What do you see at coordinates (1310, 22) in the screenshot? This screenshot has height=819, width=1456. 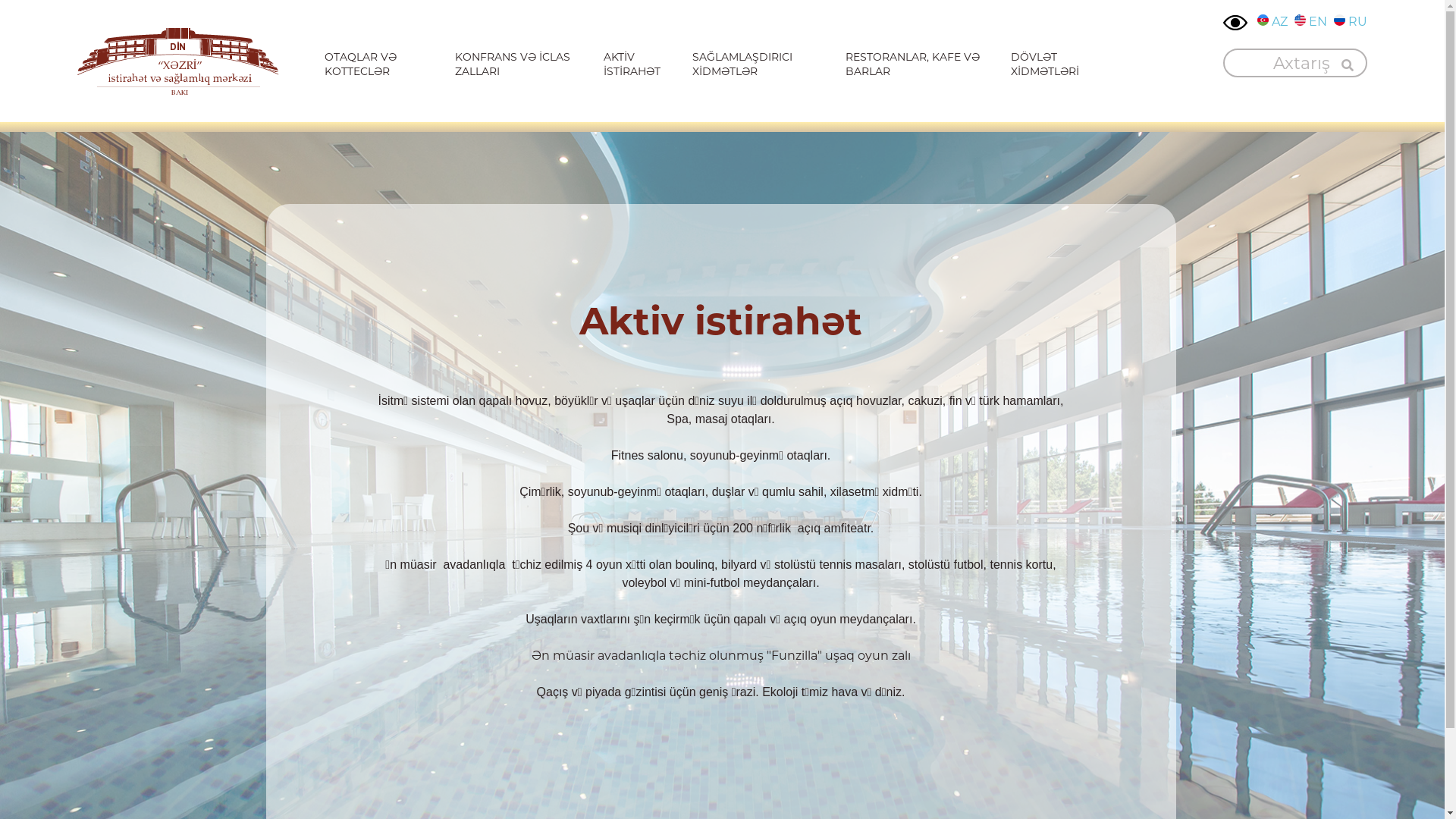 I see `'EN'` at bounding box center [1310, 22].